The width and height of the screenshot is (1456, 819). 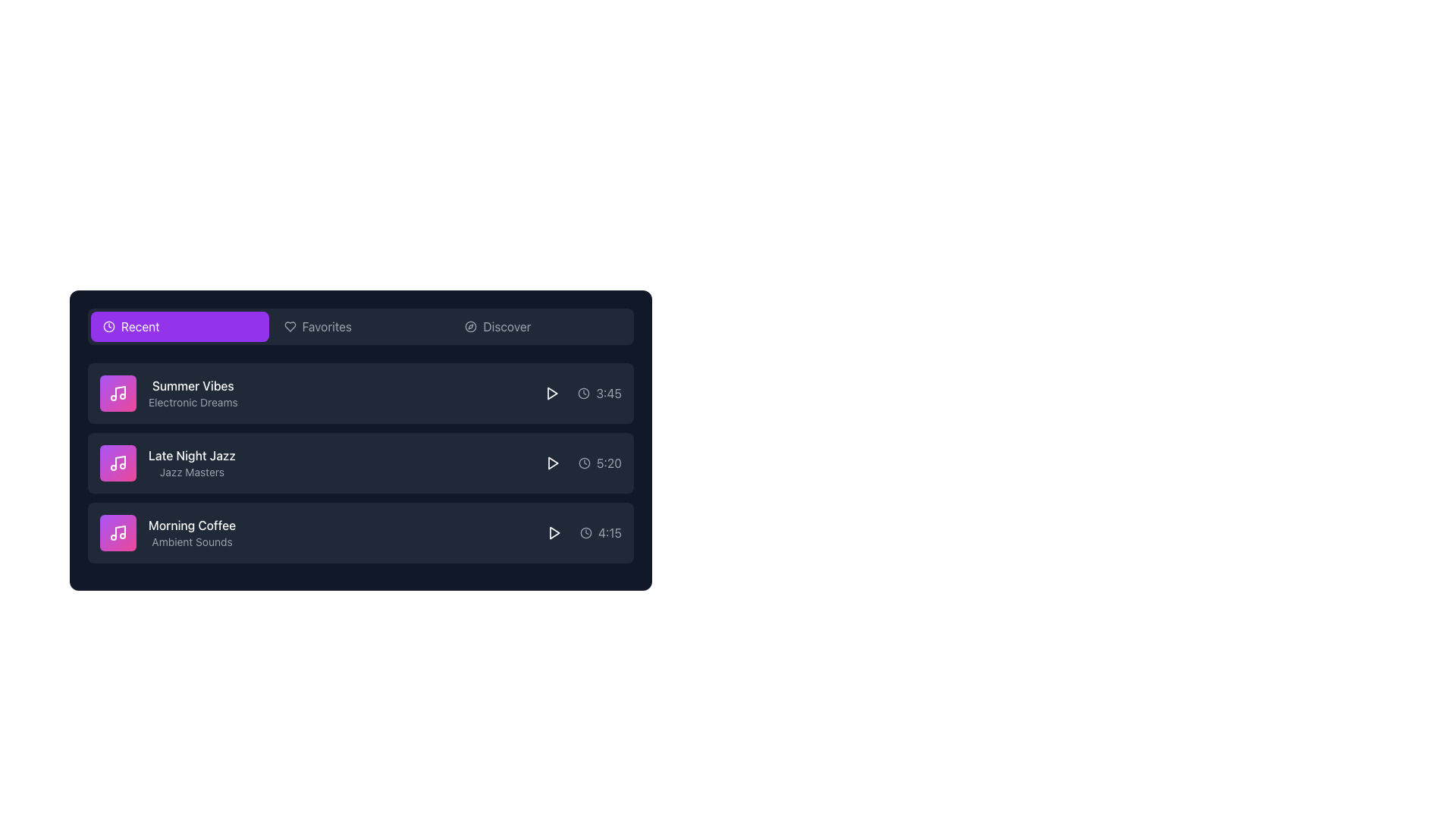 What do you see at coordinates (118, 393) in the screenshot?
I see `the musical note icon styled with a gradient from purple to pink, located as the leftmost graphic in the first row of the list under the 'Recent' tab, corresponding to the 'Summer Vibes' title` at bounding box center [118, 393].